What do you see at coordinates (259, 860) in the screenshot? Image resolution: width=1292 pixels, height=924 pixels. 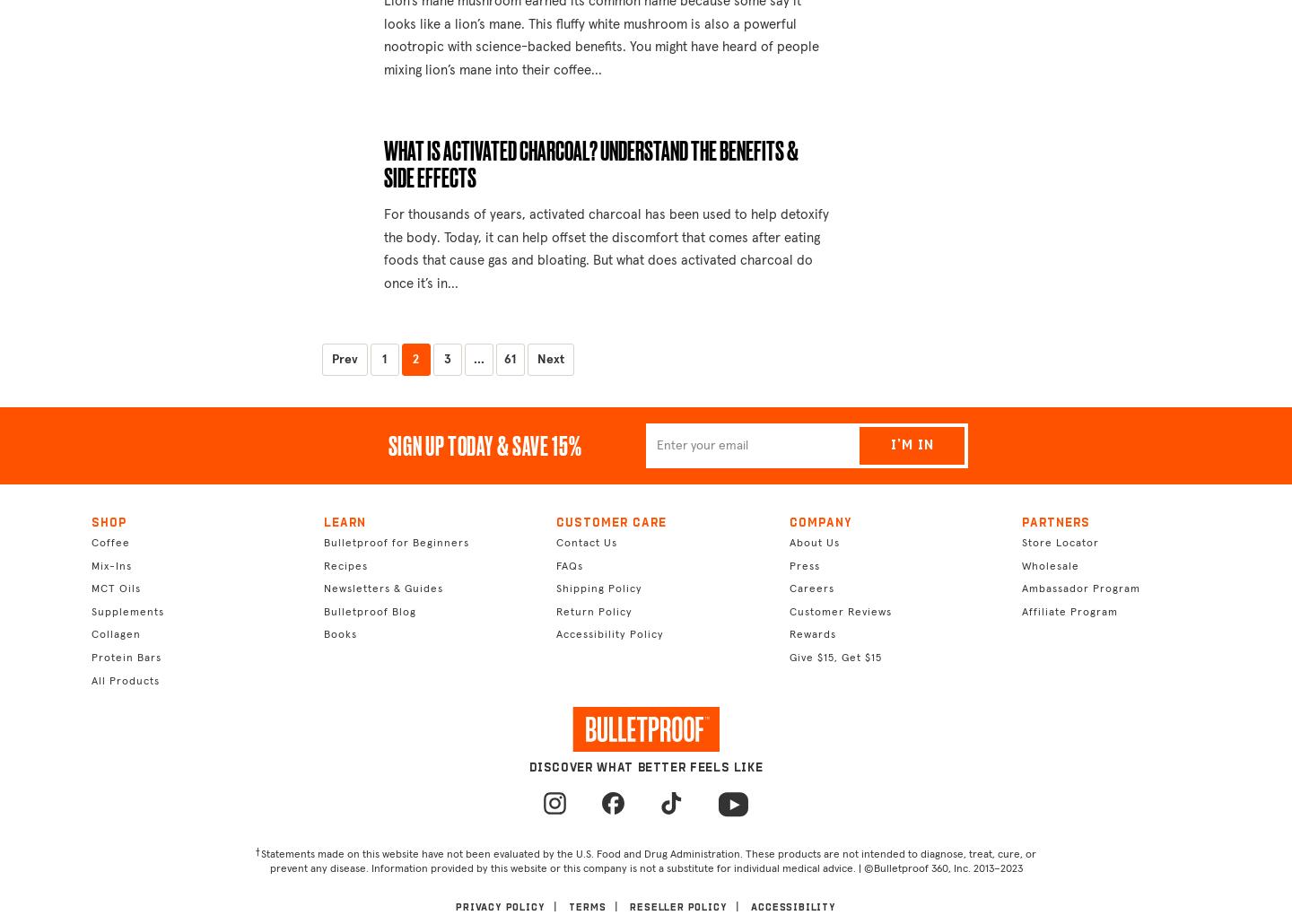 I see `'Statements made on this website have not been evaluated by the U.S. Food and Drug Administration. These products are not intended to diagnose, treat, cure, or prevent any disease. Information provided by this website or this company is not a substitute for individual medical advice. |'` at bounding box center [259, 860].